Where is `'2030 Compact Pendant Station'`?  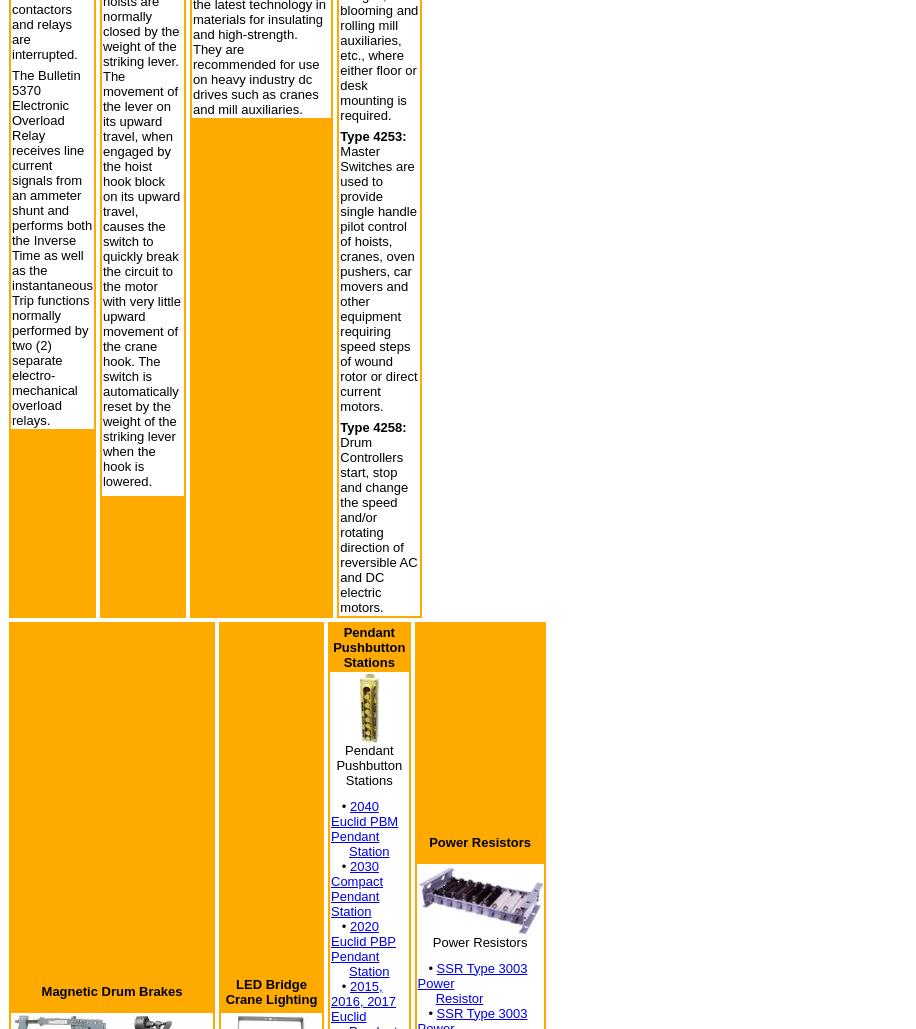
'2030 Compact Pendant Station' is located at coordinates (356, 888).